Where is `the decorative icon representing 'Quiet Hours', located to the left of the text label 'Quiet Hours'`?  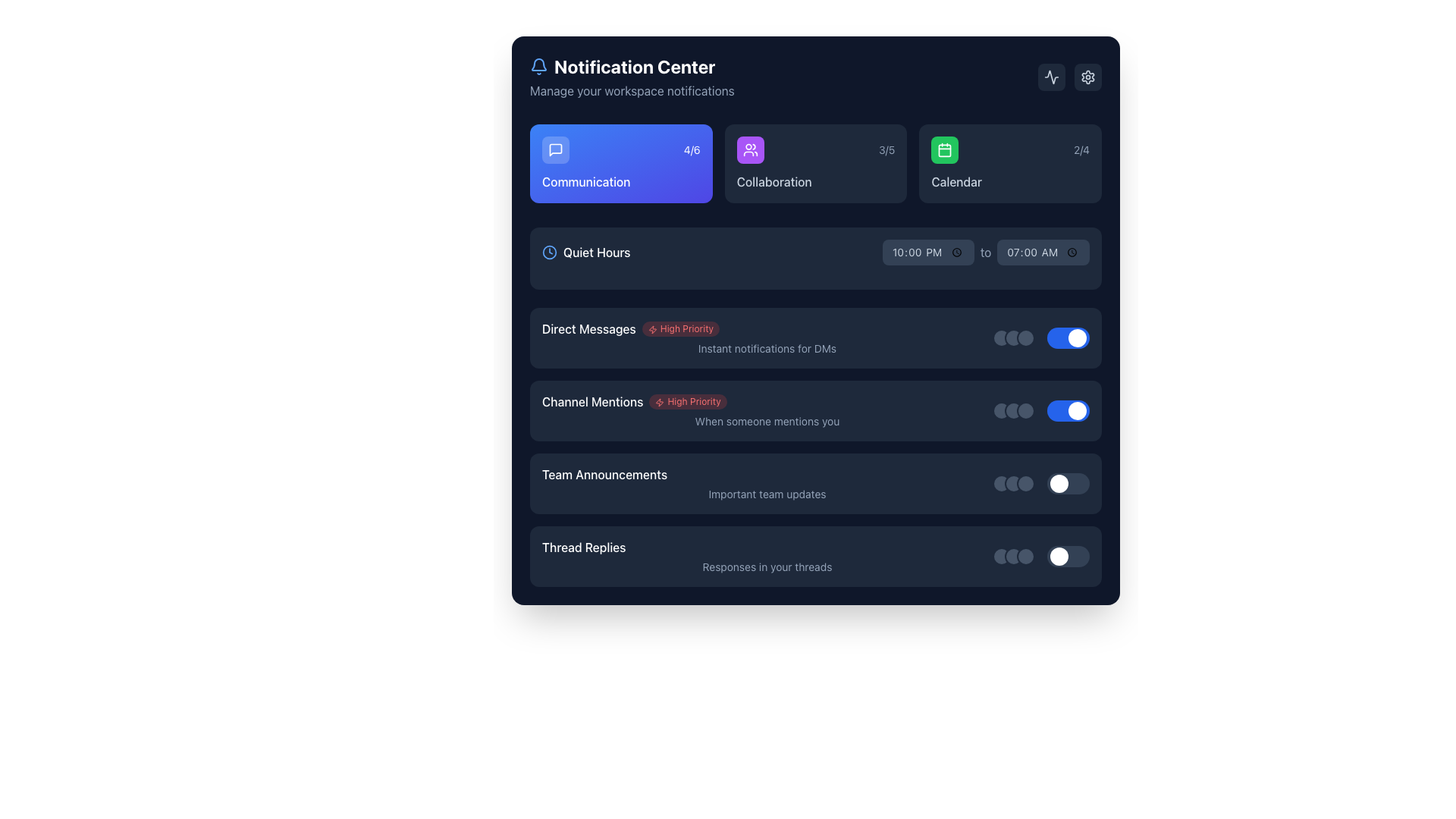 the decorative icon representing 'Quiet Hours', located to the left of the text label 'Quiet Hours' is located at coordinates (548, 251).